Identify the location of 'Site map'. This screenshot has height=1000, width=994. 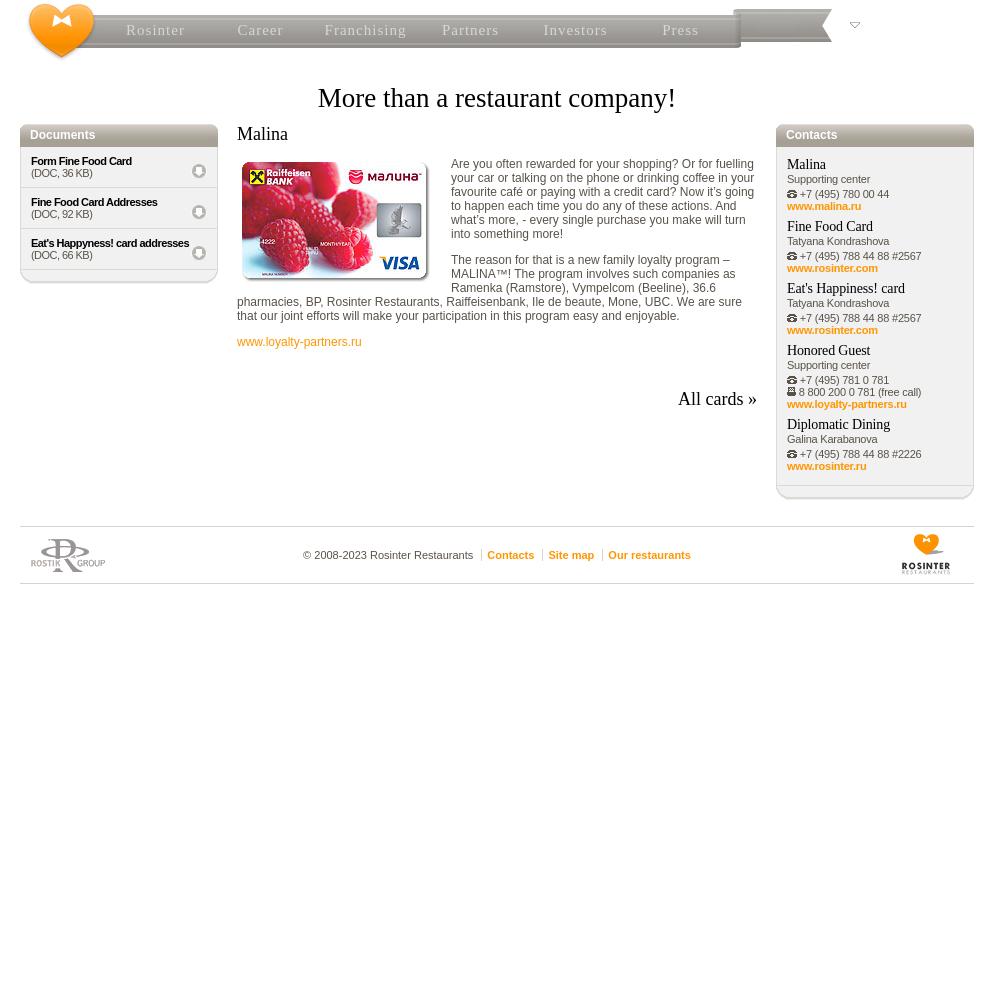
(570, 555).